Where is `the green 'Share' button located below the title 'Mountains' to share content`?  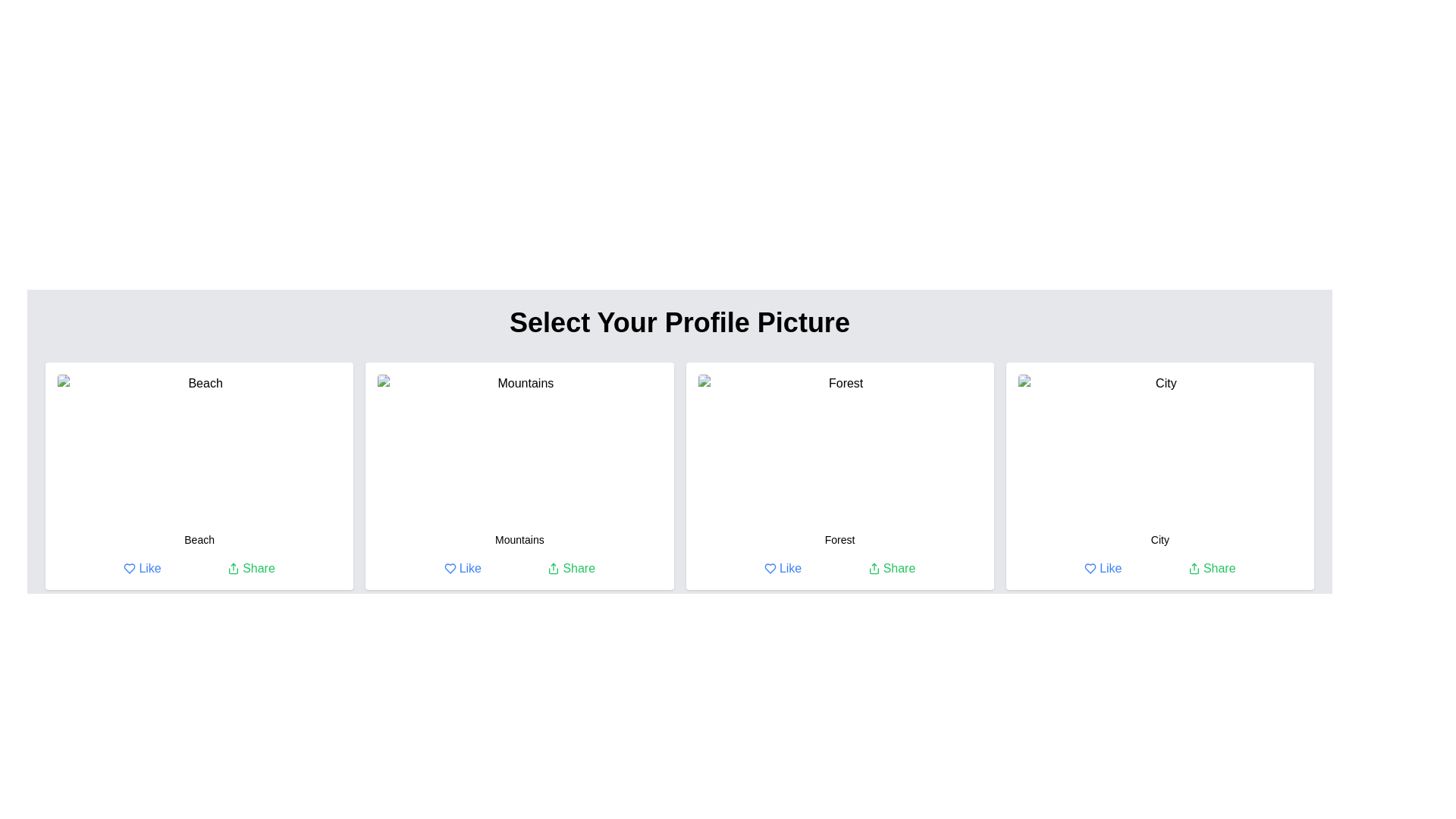
the green 'Share' button located below the title 'Mountains' to share content is located at coordinates (570, 568).